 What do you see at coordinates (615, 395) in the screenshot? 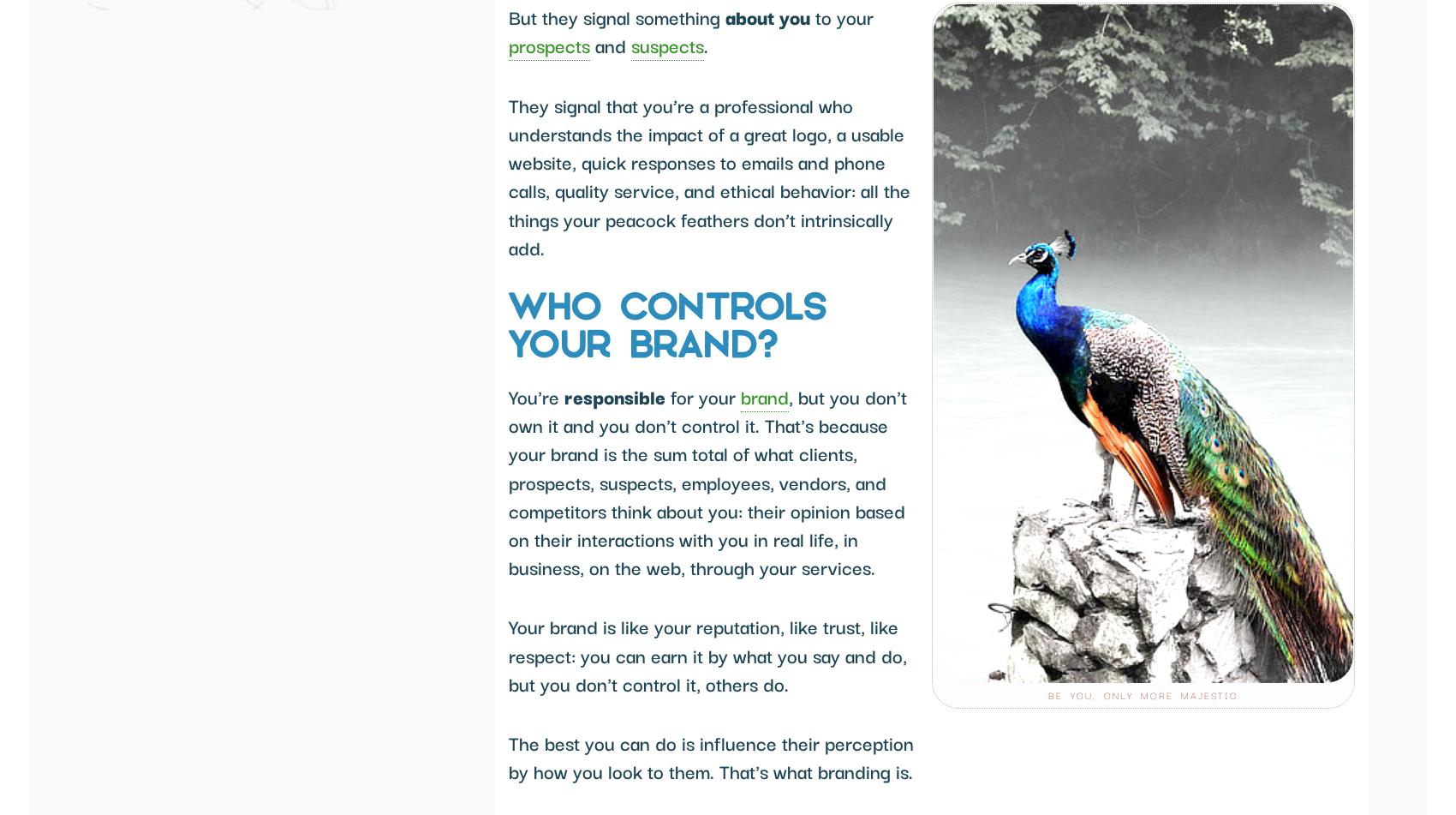
I see `'responsible'` at bounding box center [615, 395].